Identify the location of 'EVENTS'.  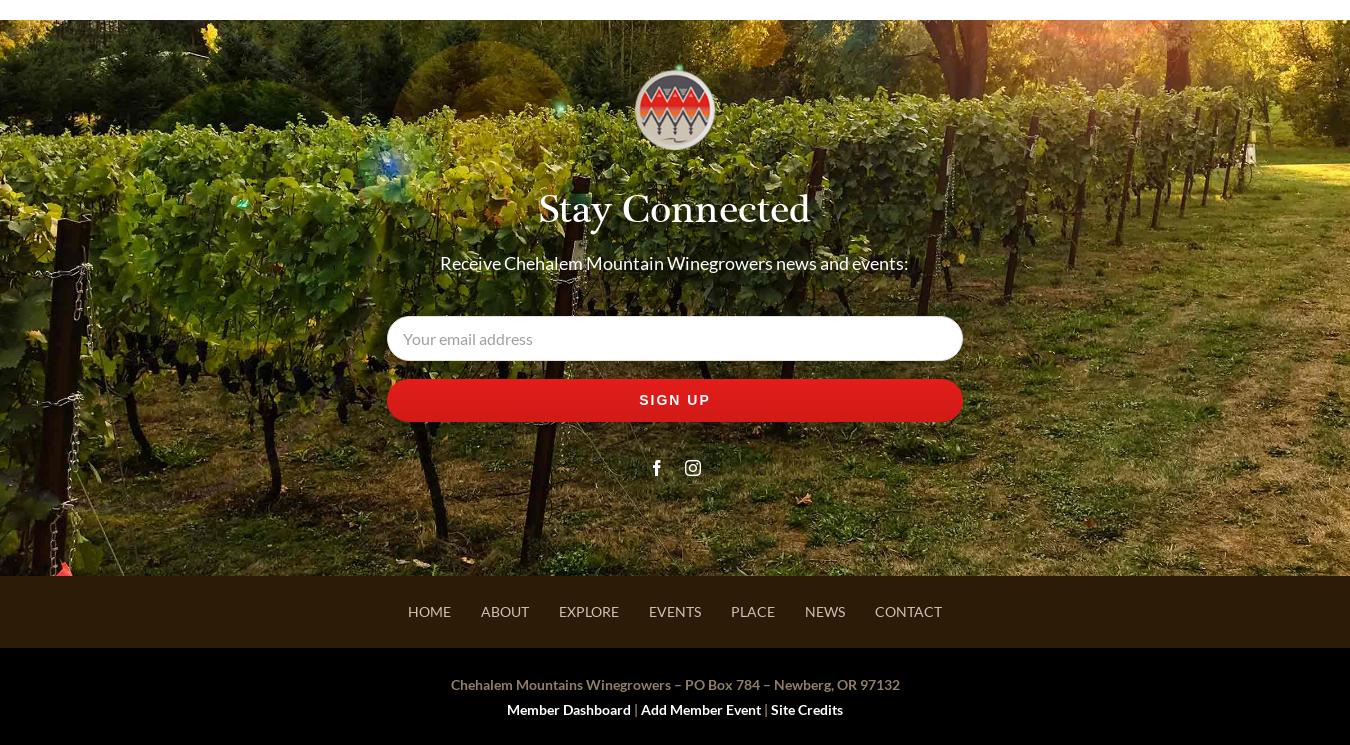
(675, 611).